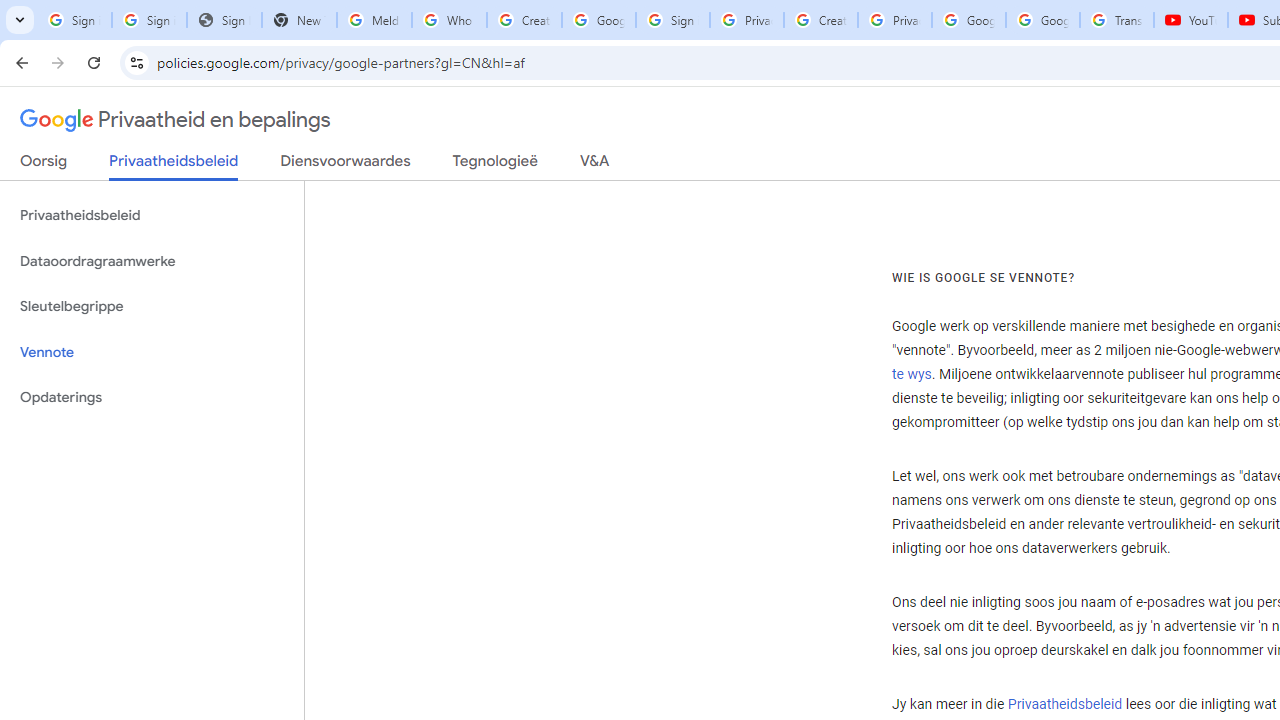 The height and width of the screenshot is (720, 1280). What do you see at coordinates (176, 120) in the screenshot?
I see `'Privaatheid en bepalings'` at bounding box center [176, 120].